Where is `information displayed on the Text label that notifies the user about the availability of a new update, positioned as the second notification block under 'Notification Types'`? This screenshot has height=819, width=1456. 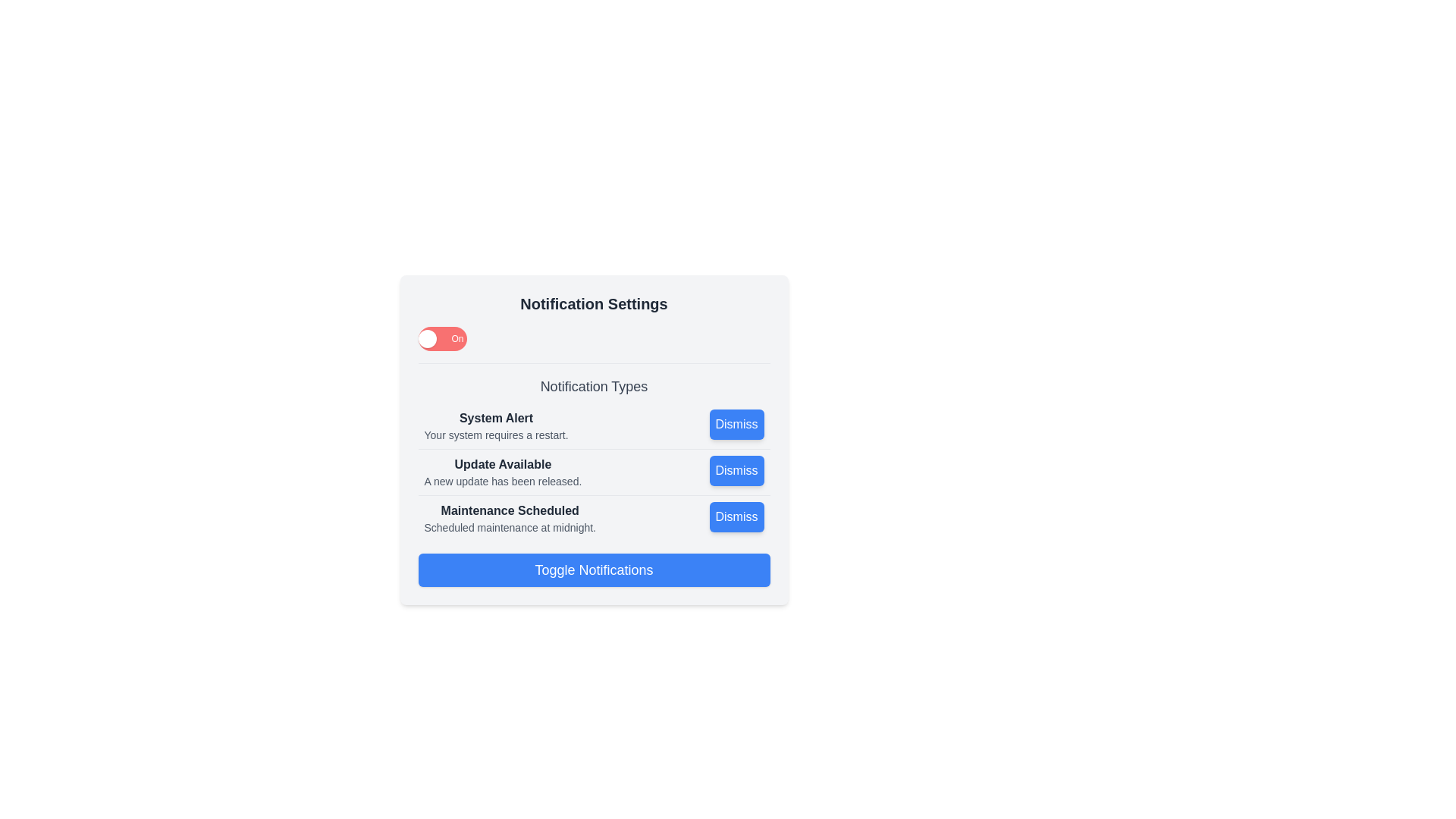
information displayed on the Text label that notifies the user about the availability of a new update, positioned as the second notification block under 'Notification Types' is located at coordinates (503, 472).